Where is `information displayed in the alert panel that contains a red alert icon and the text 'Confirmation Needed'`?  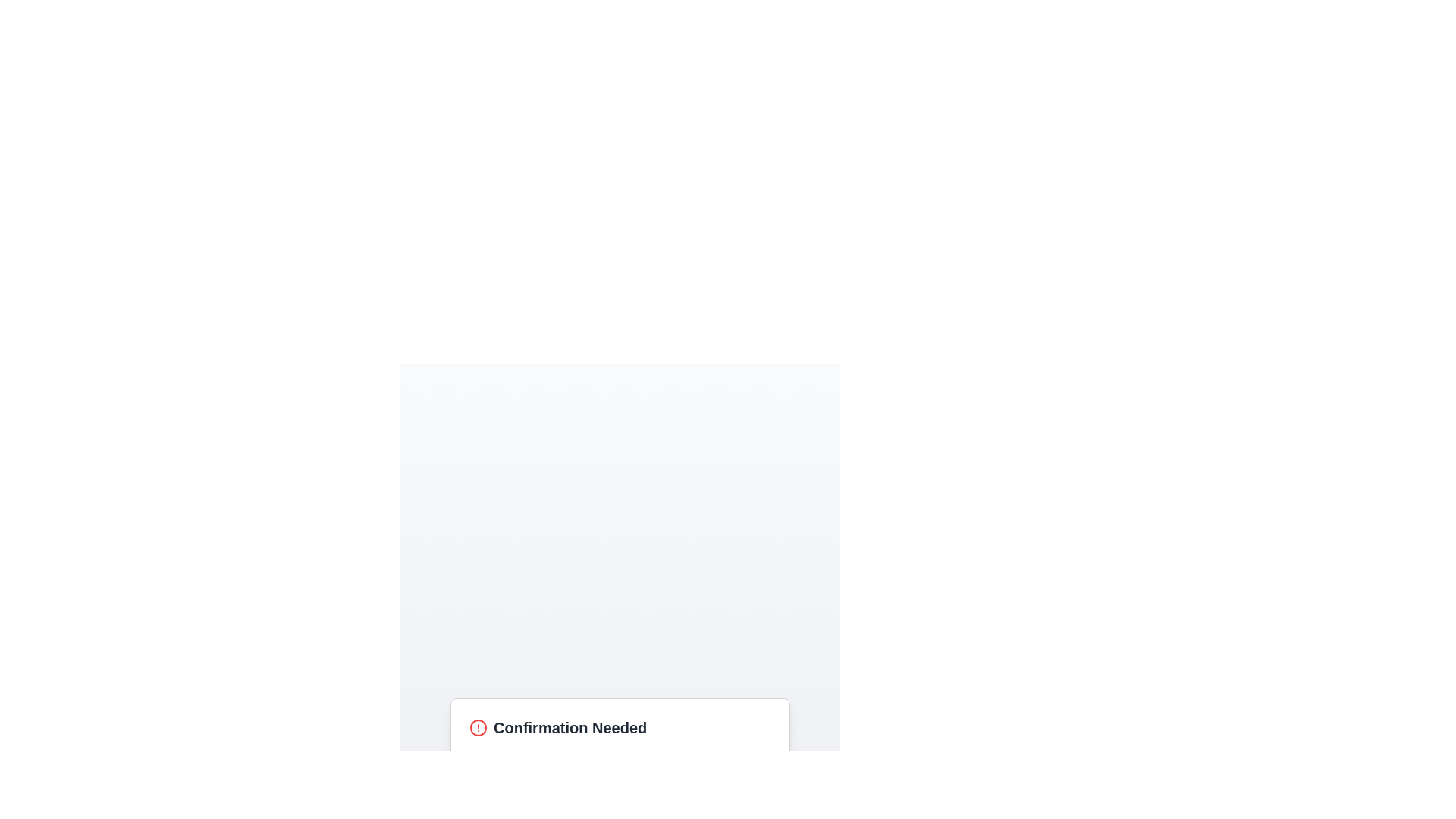 information displayed in the alert panel that contains a red alert icon and the text 'Confirmation Needed' is located at coordinates (620, 727).